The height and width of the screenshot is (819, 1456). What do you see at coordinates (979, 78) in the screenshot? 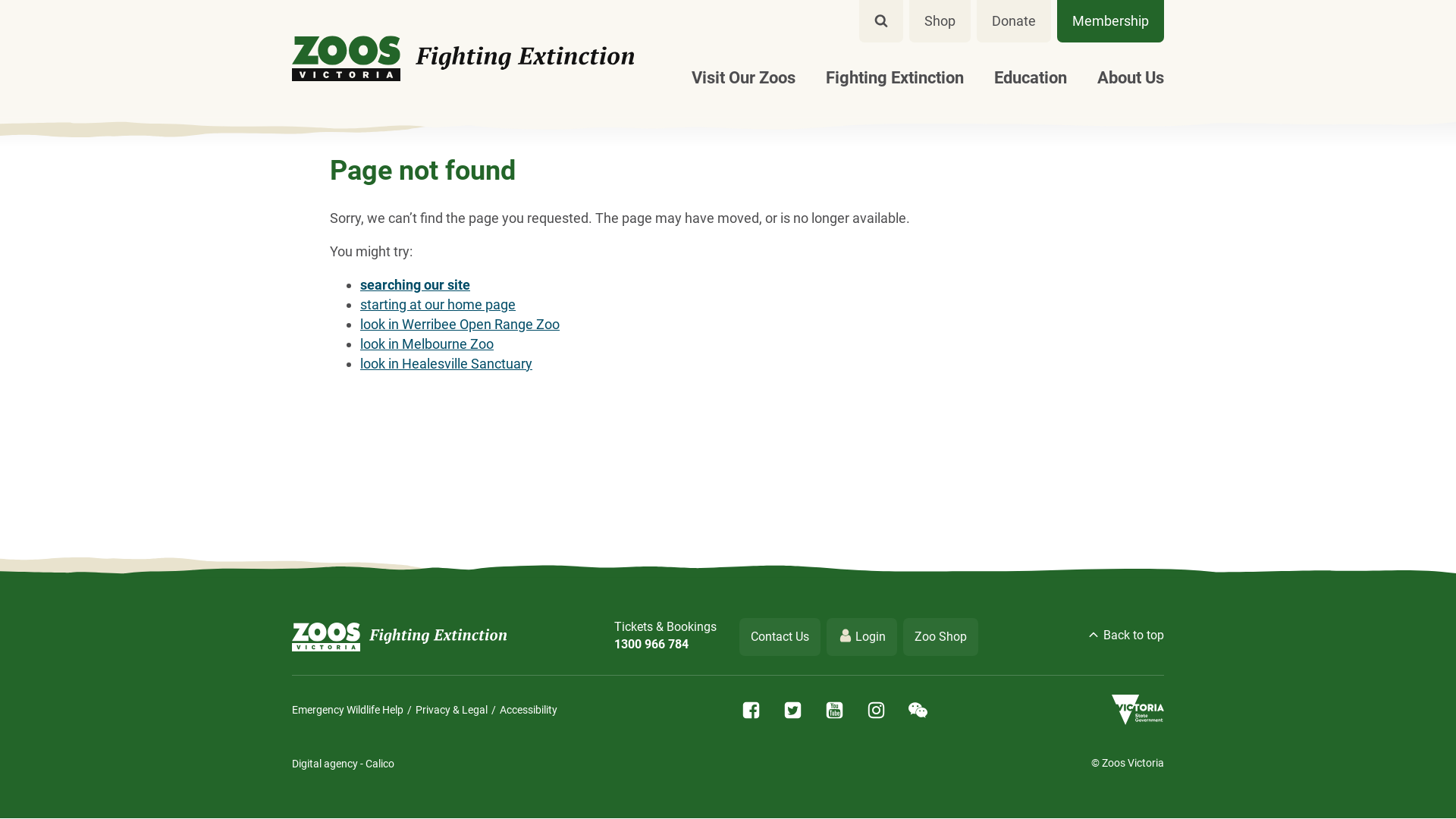
I see `'Education'` at bounding box center [979, 78].